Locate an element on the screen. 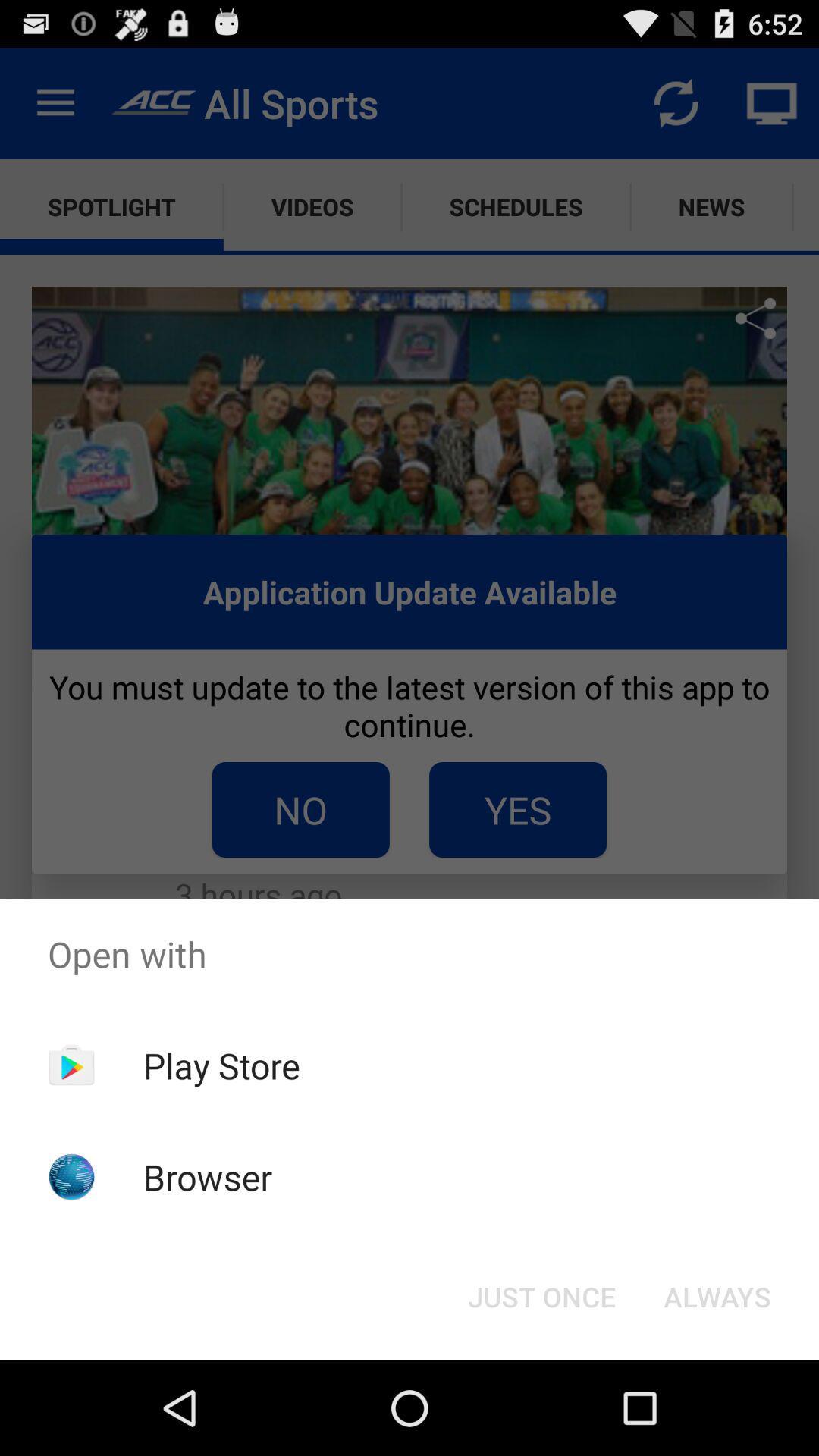 This screenshot has height=1456, width=819. the icon below the open with item is located at coordinates (717, 1295).